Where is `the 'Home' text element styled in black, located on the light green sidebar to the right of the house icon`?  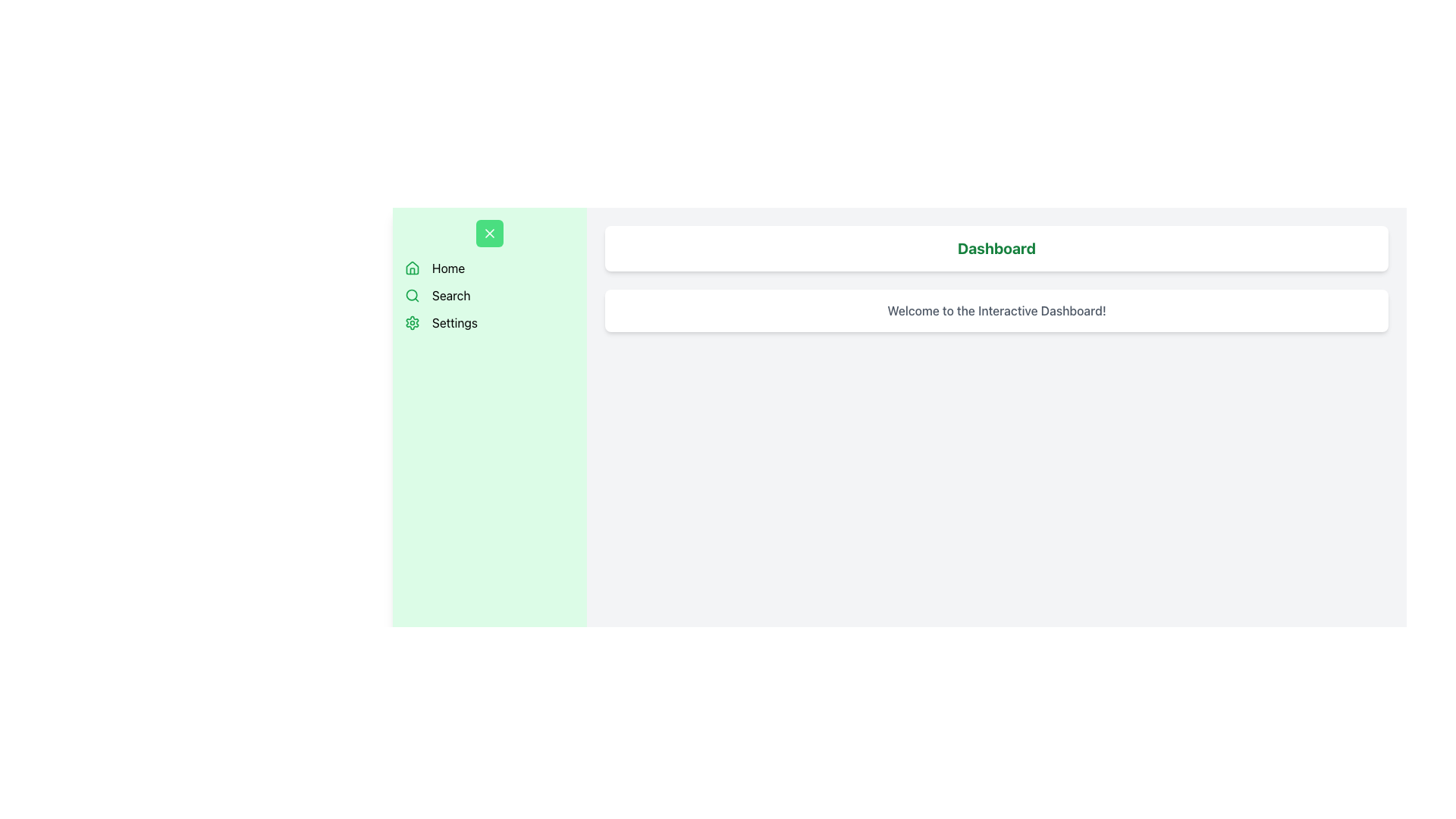 the 'Home' text element styled in black, located on the light green sidebar to the right of the house icon is located at coordinates (447, 268).